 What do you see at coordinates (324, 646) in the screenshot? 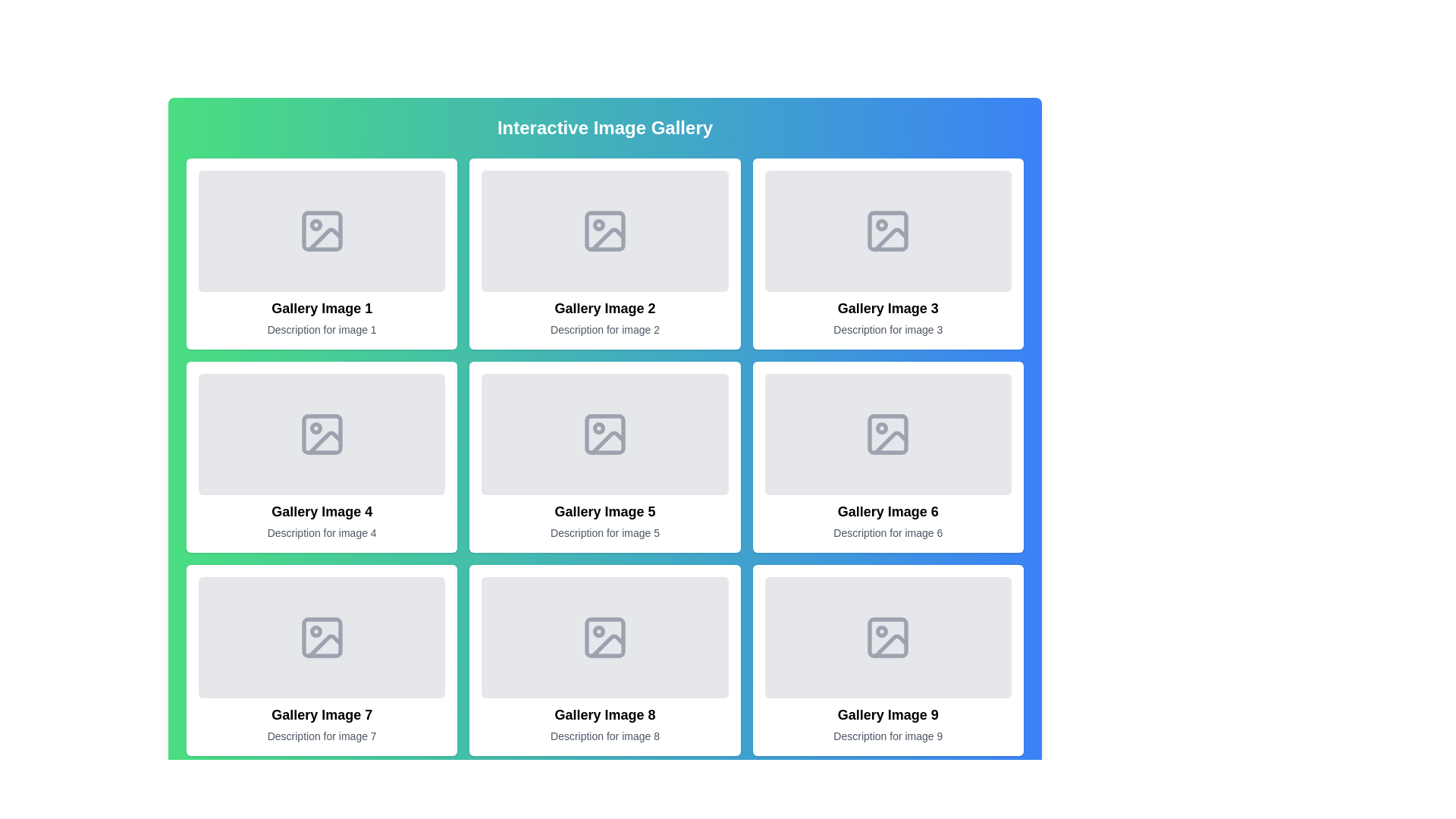
I see `the visual appearance of the graphical icon element located in the seventh grid slot labeled 'Gallery Image 7'` at bounding box center [324, 646].